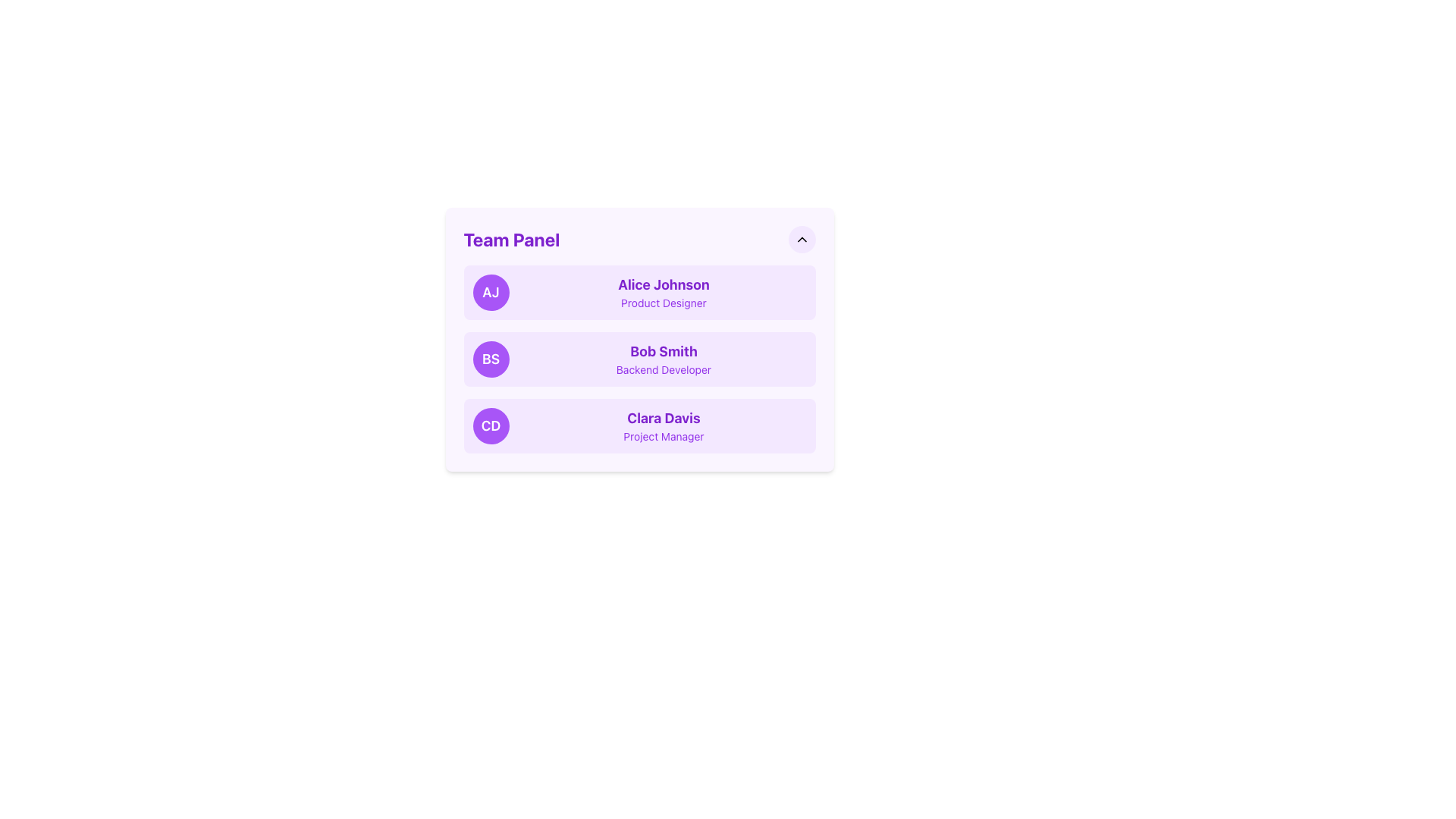  What do you see at coordinates (664, 303) in the screenshot?
I see `the text label that describes the user's role or job title, located under the name 'Alice Johnson' in the card` at bounding box center [664, 303].